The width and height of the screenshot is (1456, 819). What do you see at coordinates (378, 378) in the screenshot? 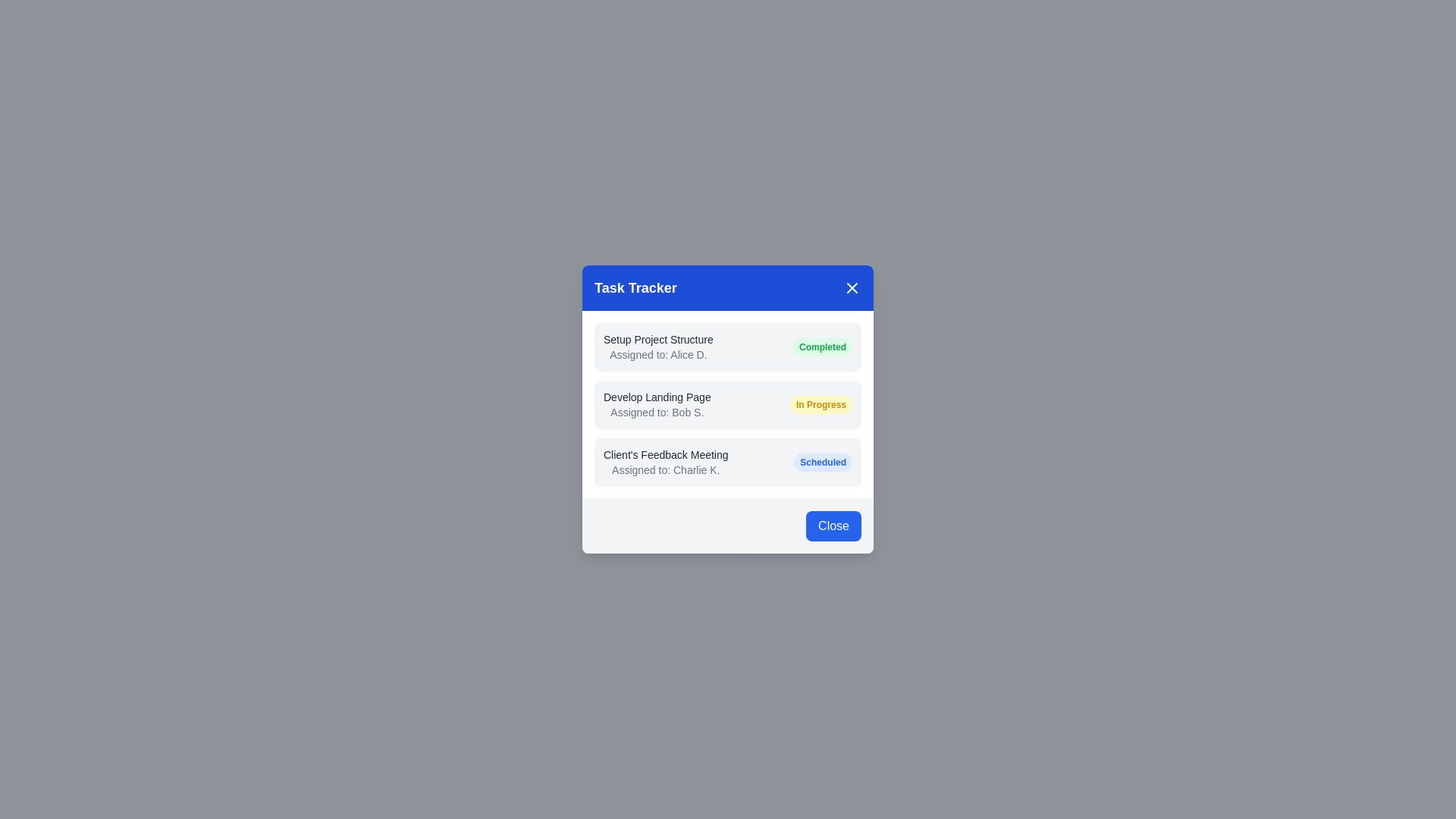
I see `the background outside the dialog to close it` at bounding box center [378, 378].